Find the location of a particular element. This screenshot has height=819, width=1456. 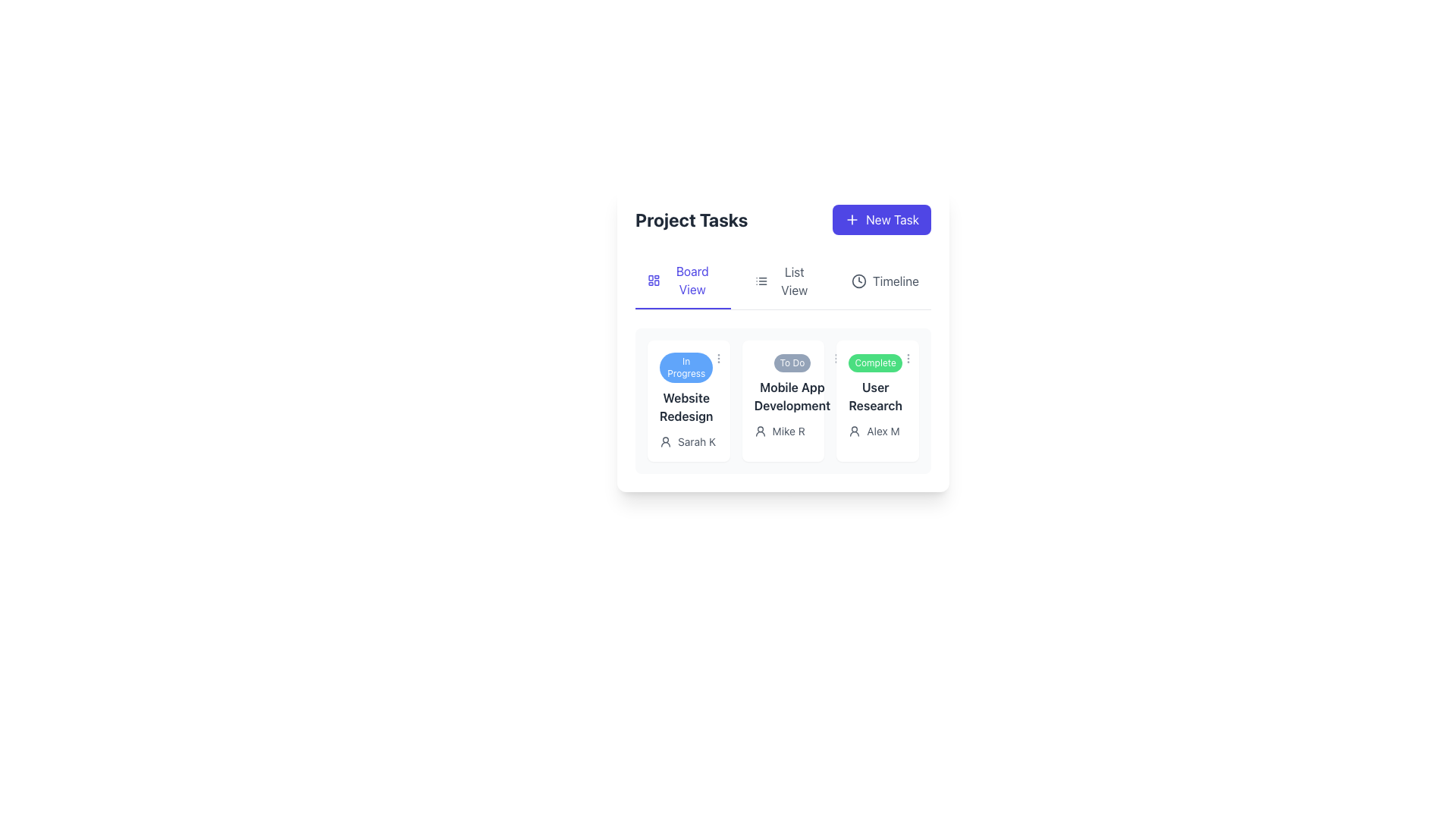

the 'User Research' text label, which is styled in bold font and dark gray color, located within its card interface below the 'Complete' badge is located at coordinates (875, 396).